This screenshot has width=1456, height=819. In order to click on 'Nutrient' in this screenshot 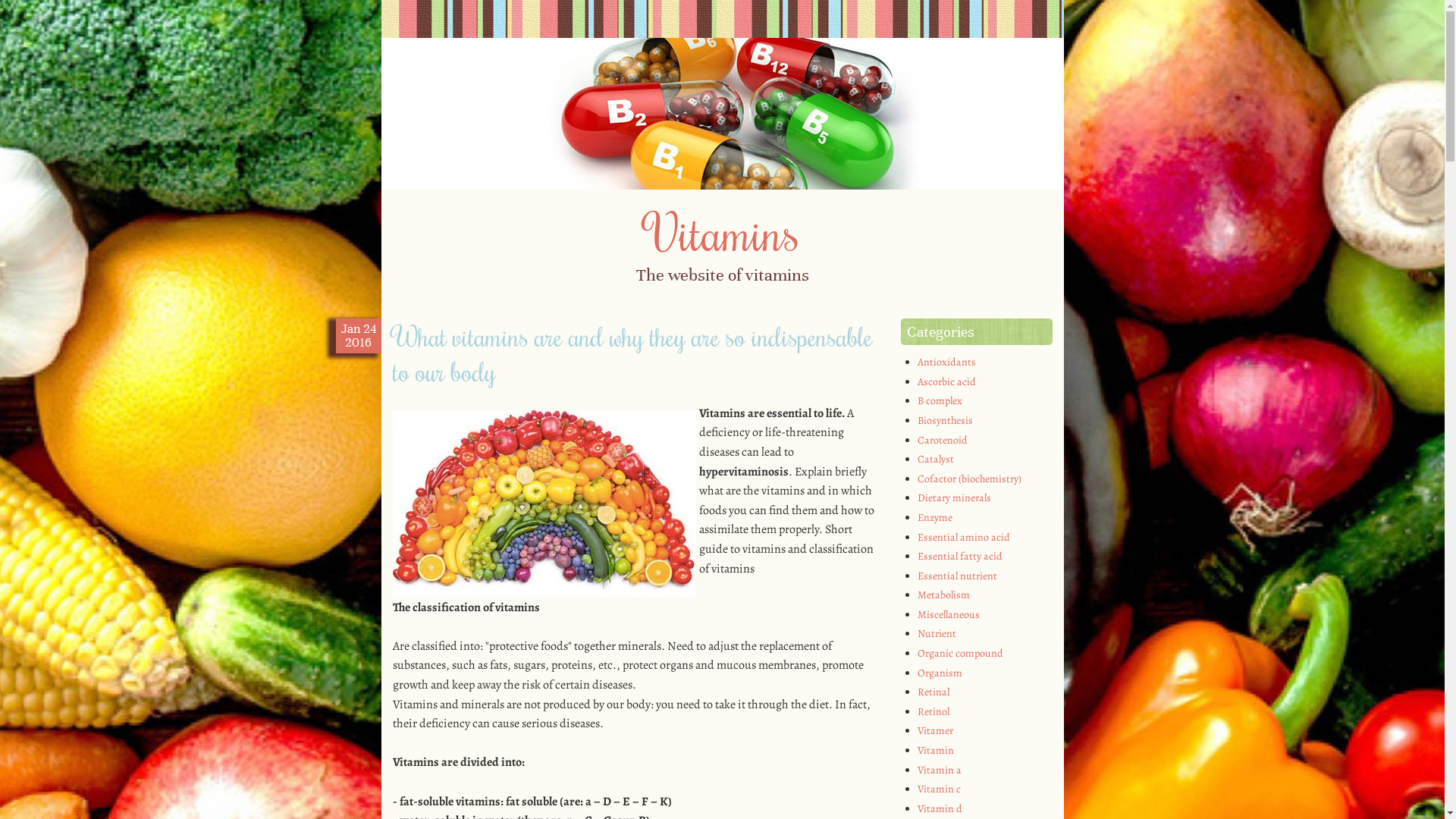, I will do `click(936, 633)`.